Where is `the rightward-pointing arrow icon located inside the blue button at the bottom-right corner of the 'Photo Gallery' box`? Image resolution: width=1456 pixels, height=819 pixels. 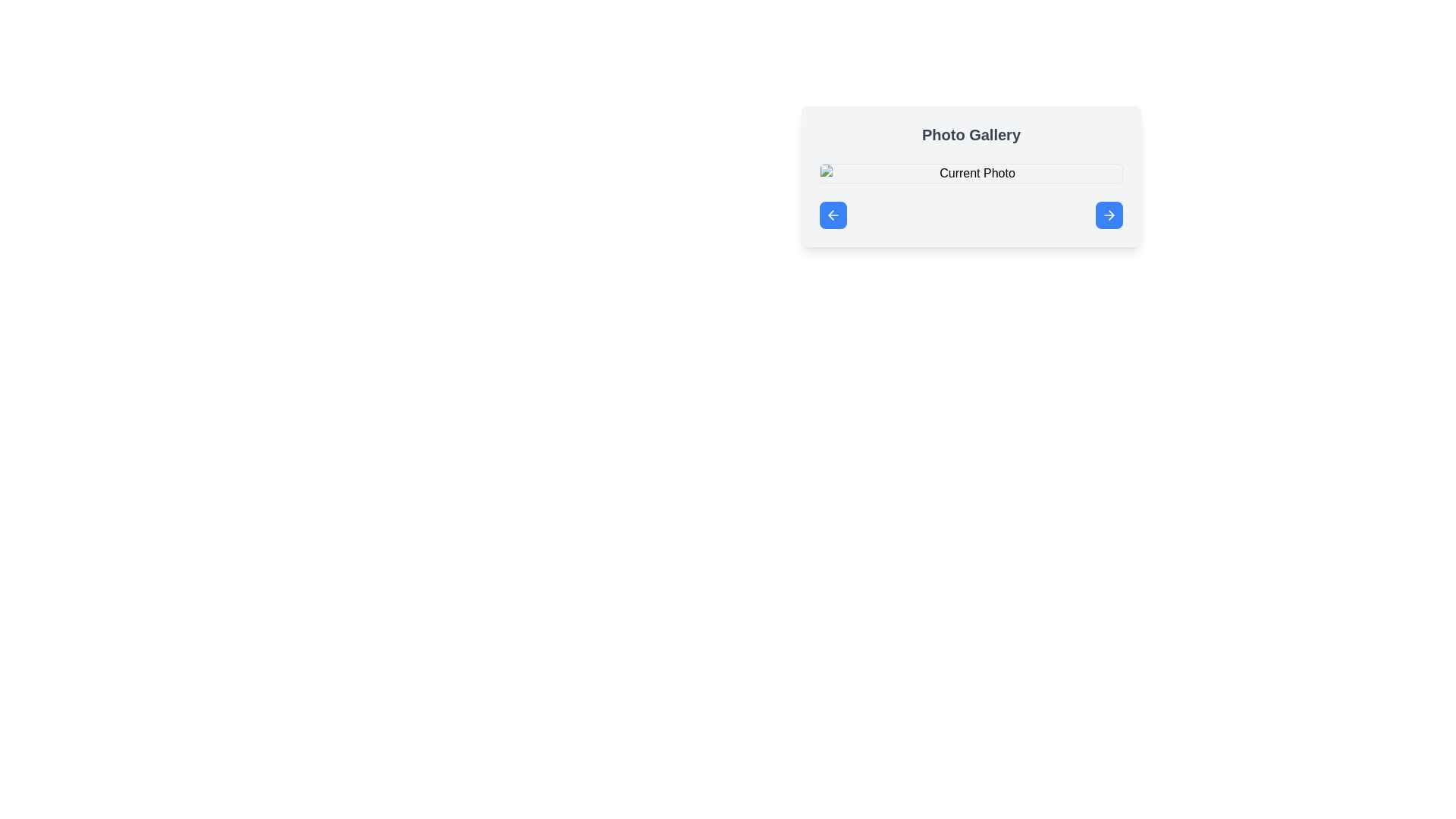
the rightward-pointing arrow icon located inside the blue button at the bottom-right corner of the 'Photo Gallery' box is located at coordinates (1111, 215).